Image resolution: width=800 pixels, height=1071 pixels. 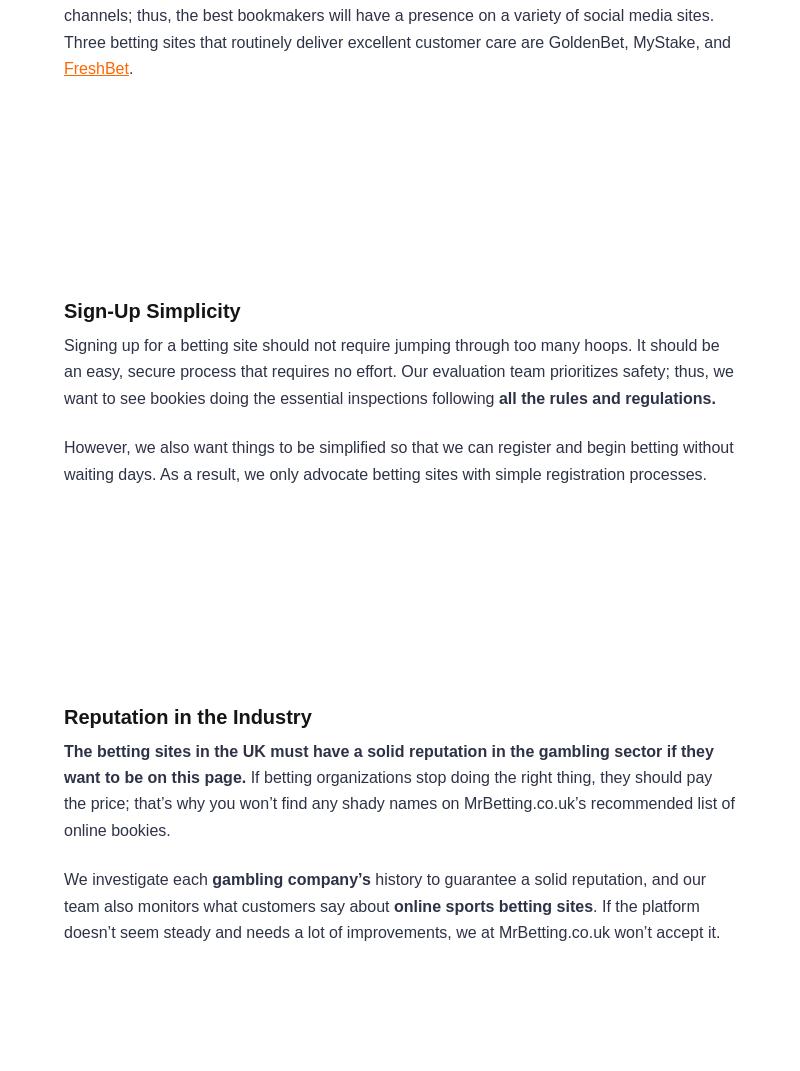 I want to click on 'online sports betting sites', so click(x=492, y=905).